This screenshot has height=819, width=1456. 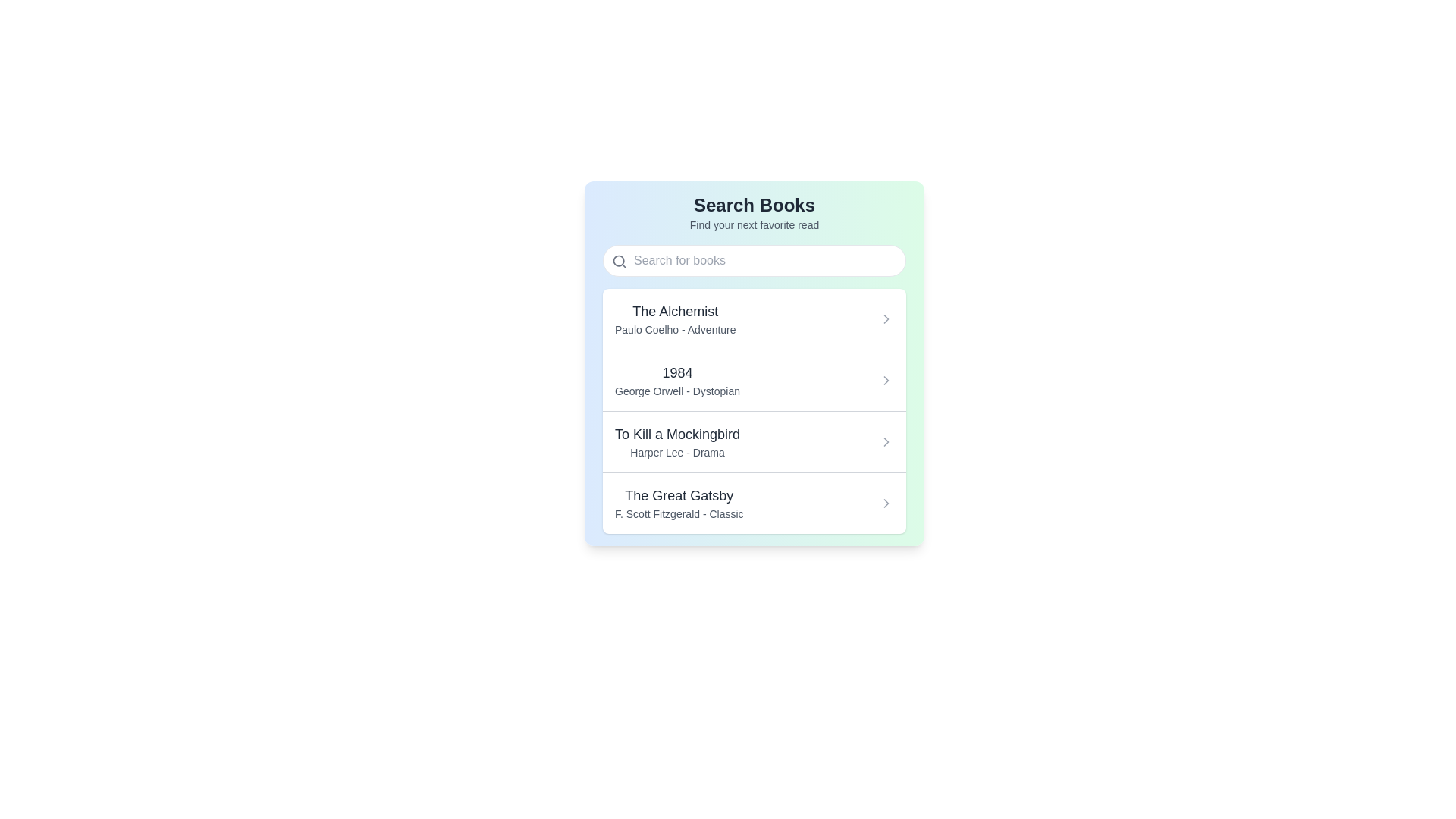 What do you see at coordinates (678, 496) in the screenshot?
I see `the text label displaying 'The Great Gatsby' in large, bold, dark gray font, which is the title in the fourth entry of a book list` at bounding box center [678, 496].